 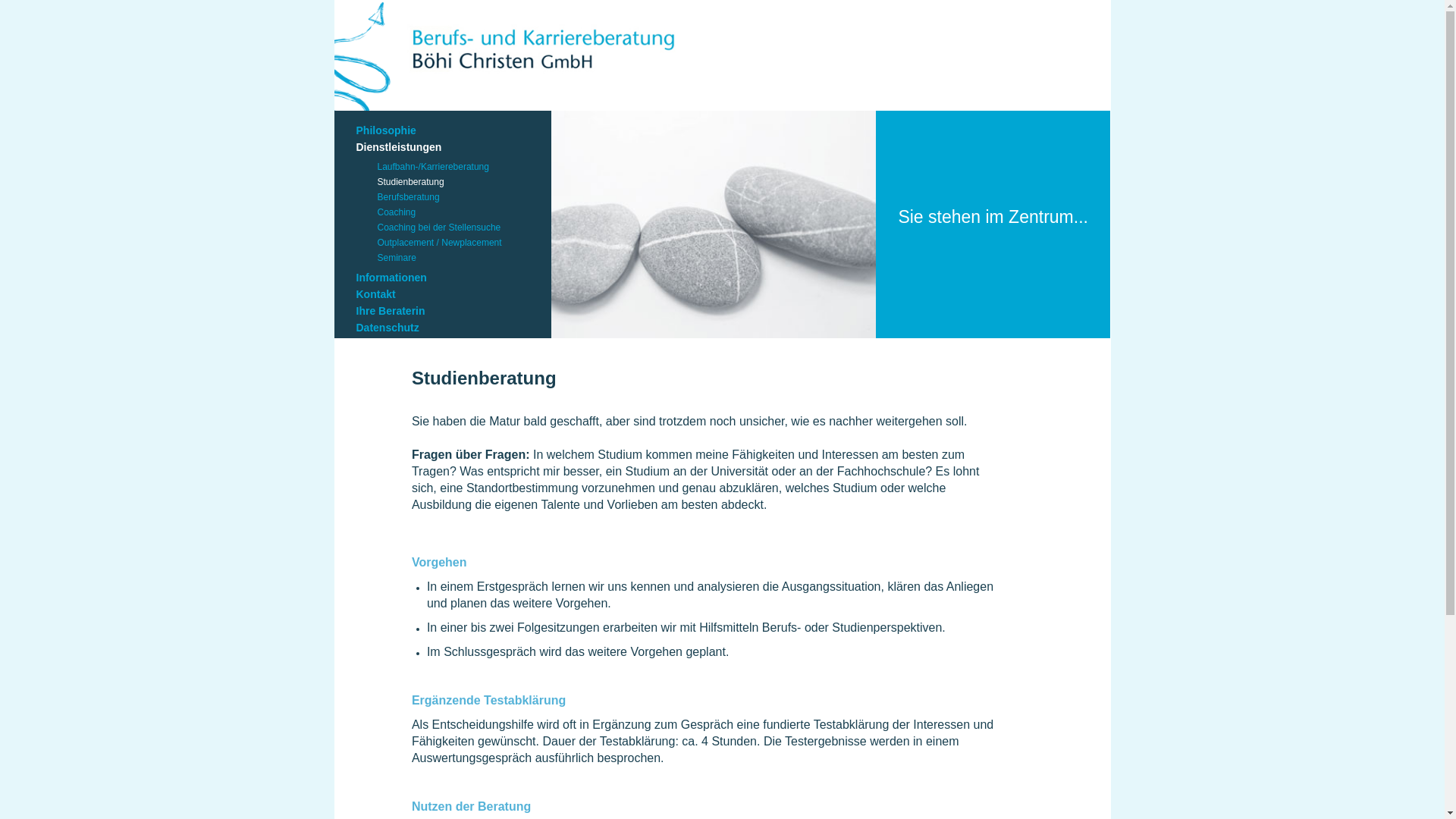 I want to click on 'Informationen', so click(x=348, y=278).